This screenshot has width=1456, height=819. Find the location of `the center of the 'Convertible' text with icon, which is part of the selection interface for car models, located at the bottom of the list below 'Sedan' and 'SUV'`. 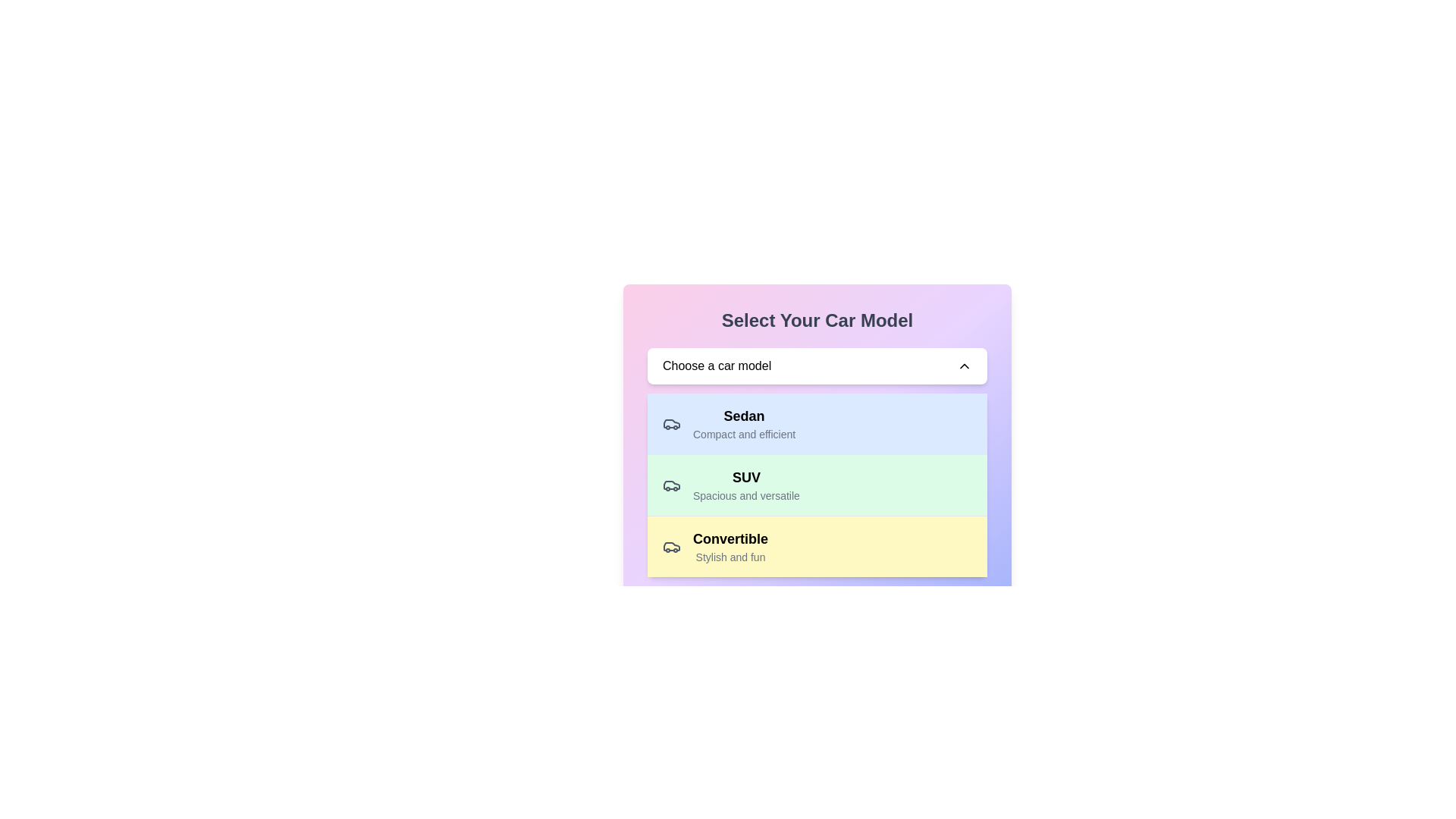

the center of the 'Convertible' text with icon, which is part of the selection interface for car models, located at the bottom of the list below 'Sedan' and 'SUV' is located at coordinates (714, 547).